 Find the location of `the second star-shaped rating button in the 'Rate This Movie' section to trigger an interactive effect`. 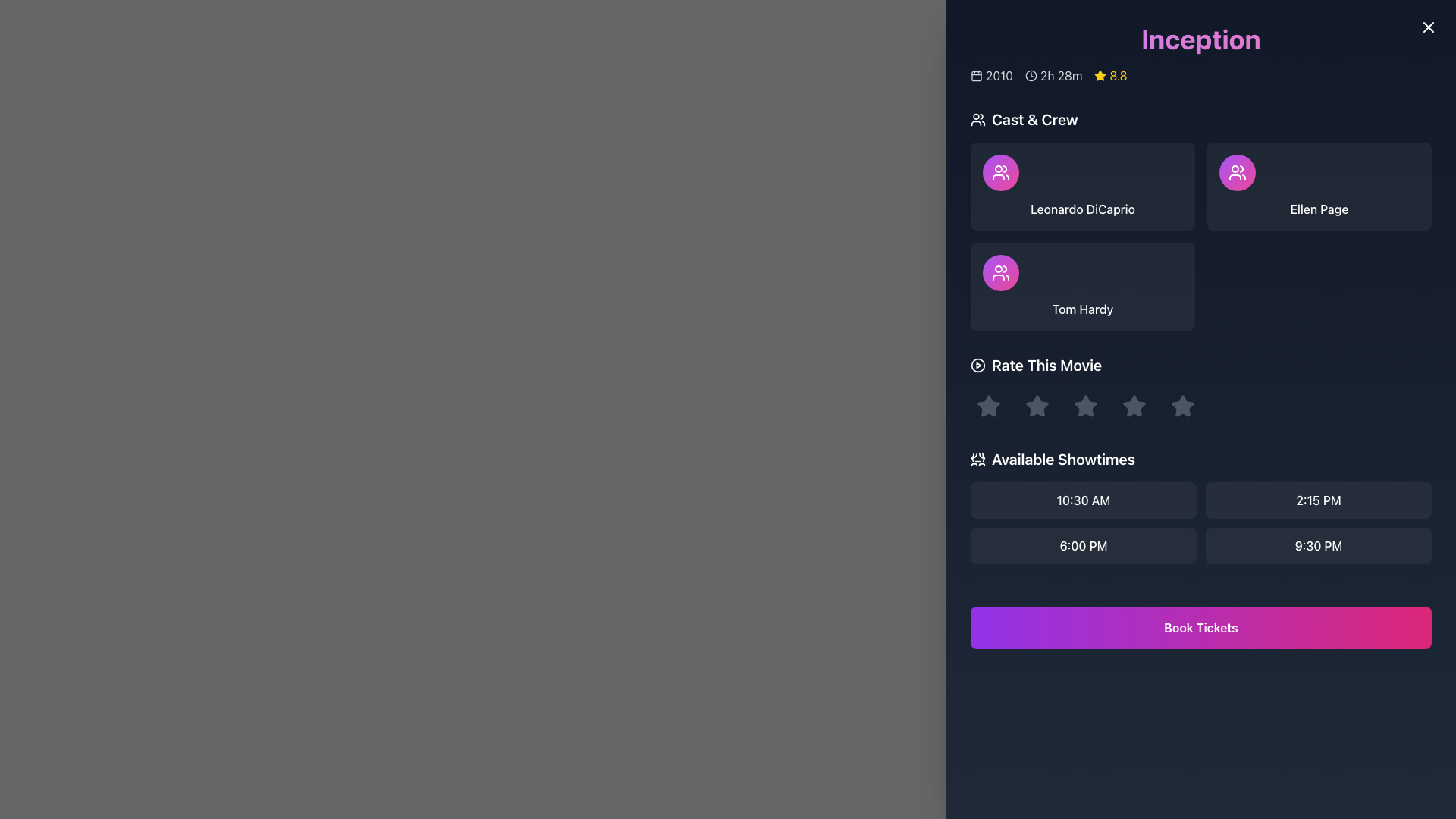

the second star-shaped rating button in the 'Rate This Movie' section to trigger an interactive effect is located at coordinates (1084, 405).